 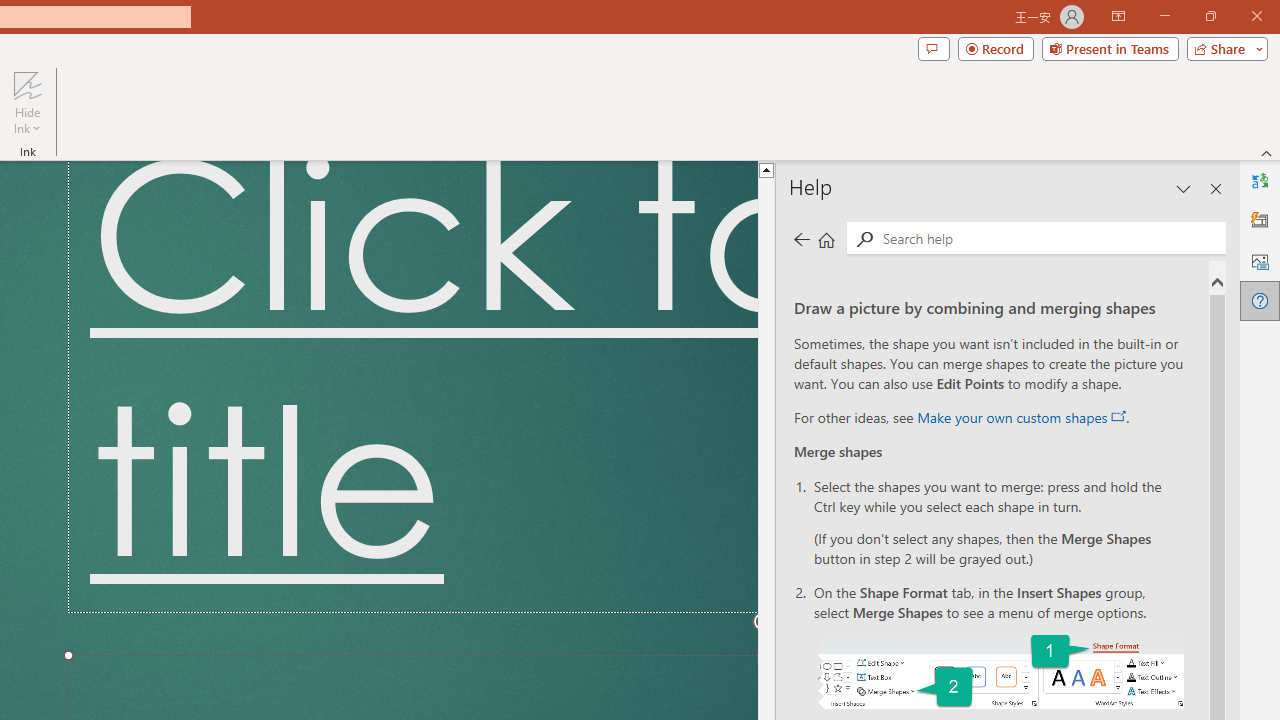 I want to click on 'Hide Ink', so click(x=27, y=103).